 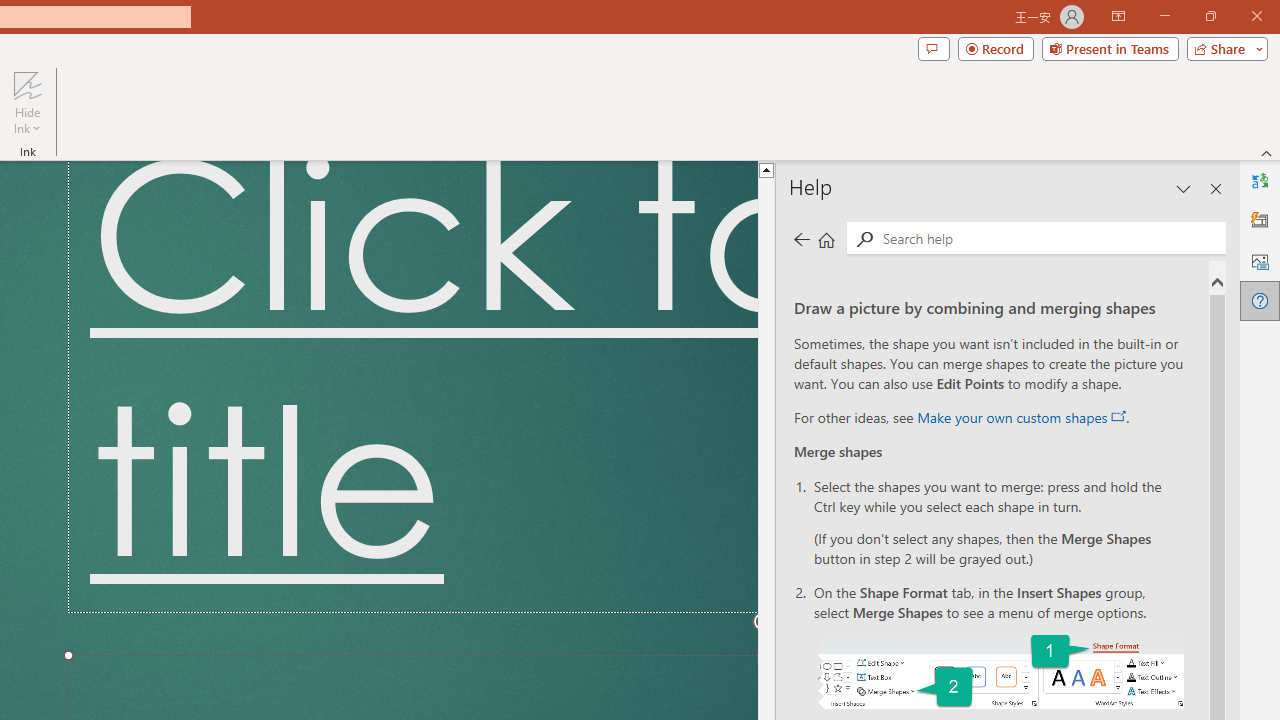 I want to click on 'Hide Ink', so click(x=27, y=103).